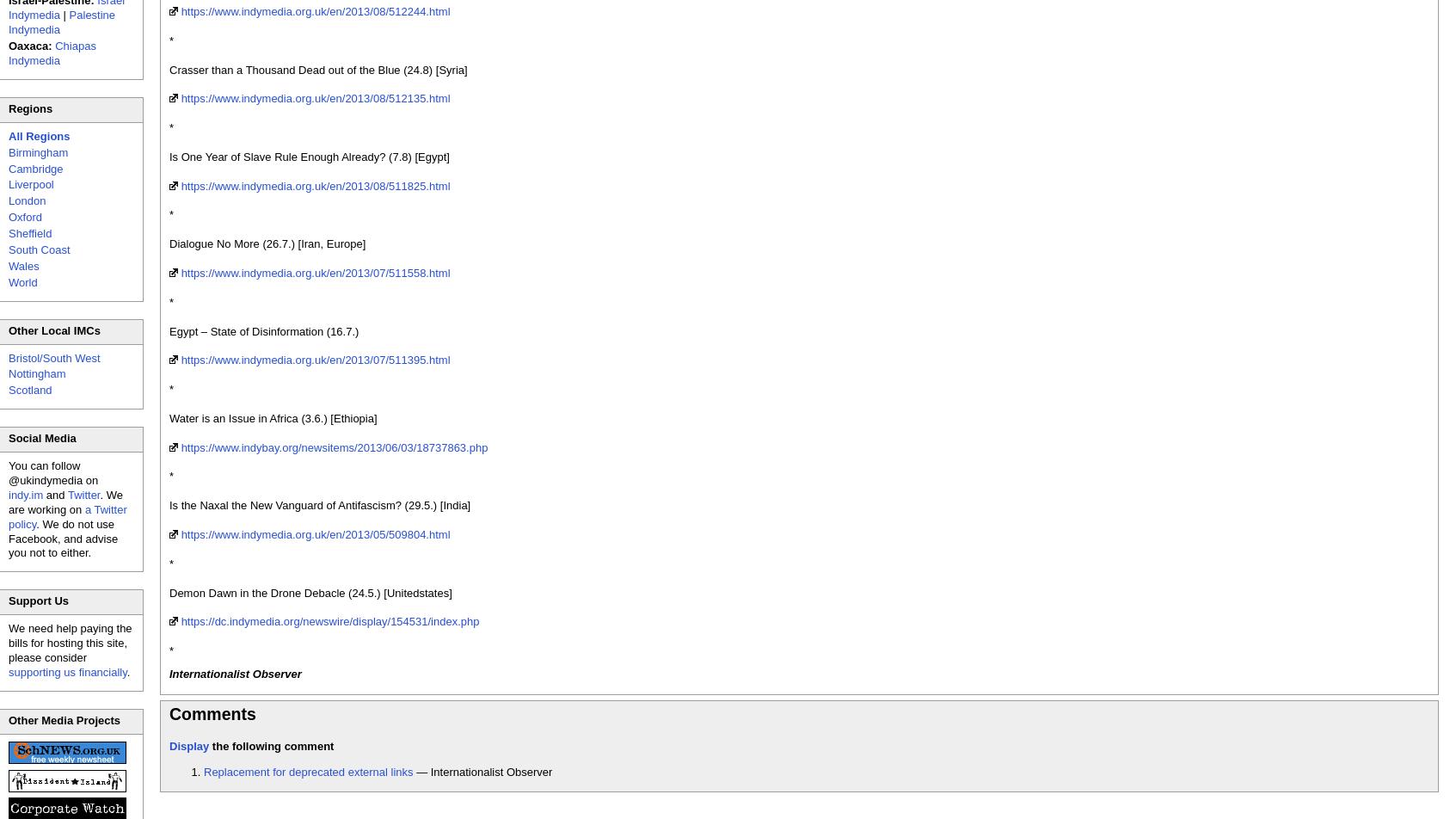 Image resolution: width=1456 pixels, height=819 pixels. Describe the element at coordinates (169, 69) in the screenshot. I see `'Crasser than a Thousand Dead out of the Blue (24.8) [Syria]'` at that location.